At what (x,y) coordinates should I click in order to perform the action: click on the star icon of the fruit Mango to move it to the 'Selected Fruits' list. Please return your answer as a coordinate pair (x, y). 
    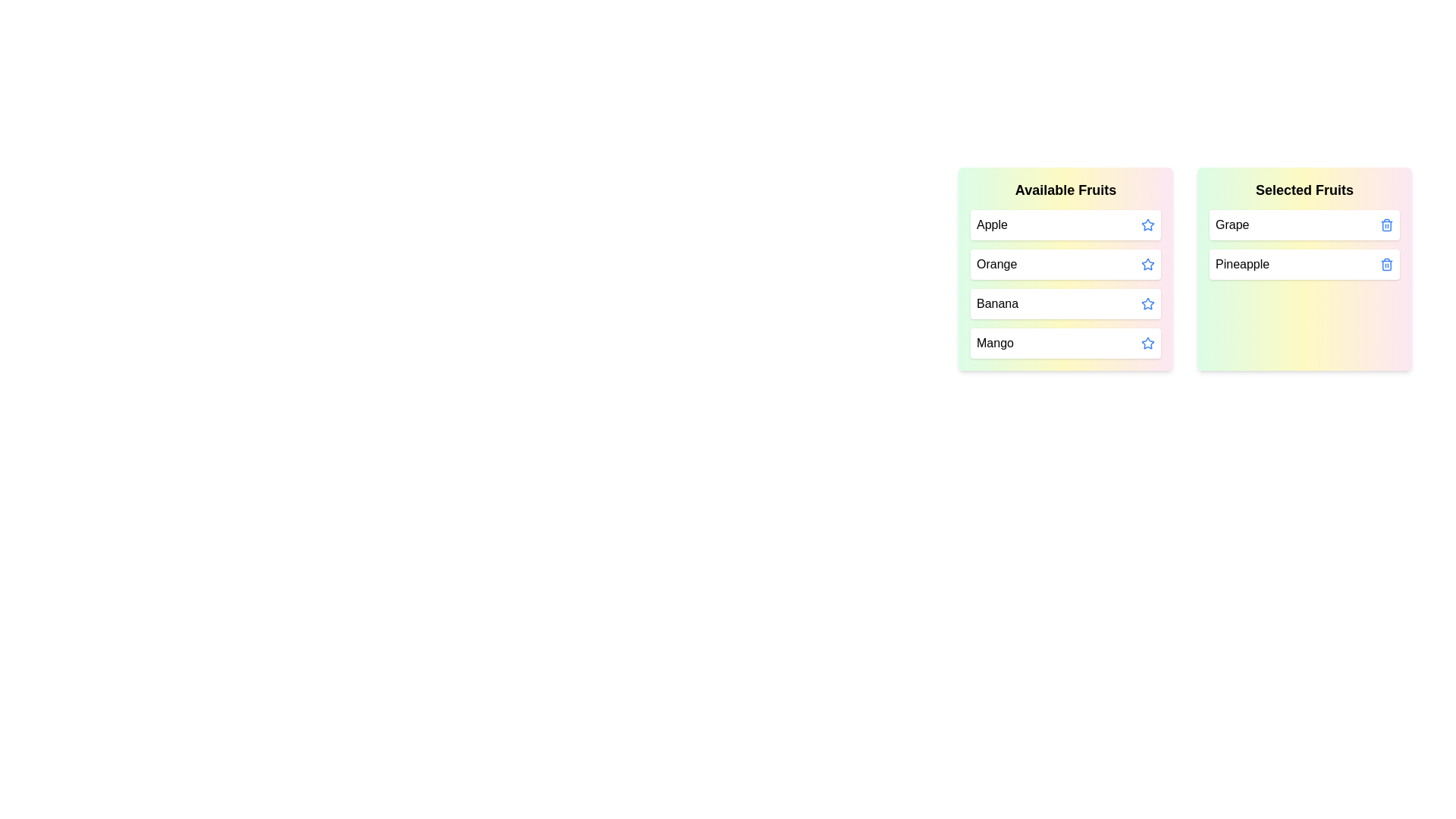
    Looking at the image, I should click on (1147, 343).